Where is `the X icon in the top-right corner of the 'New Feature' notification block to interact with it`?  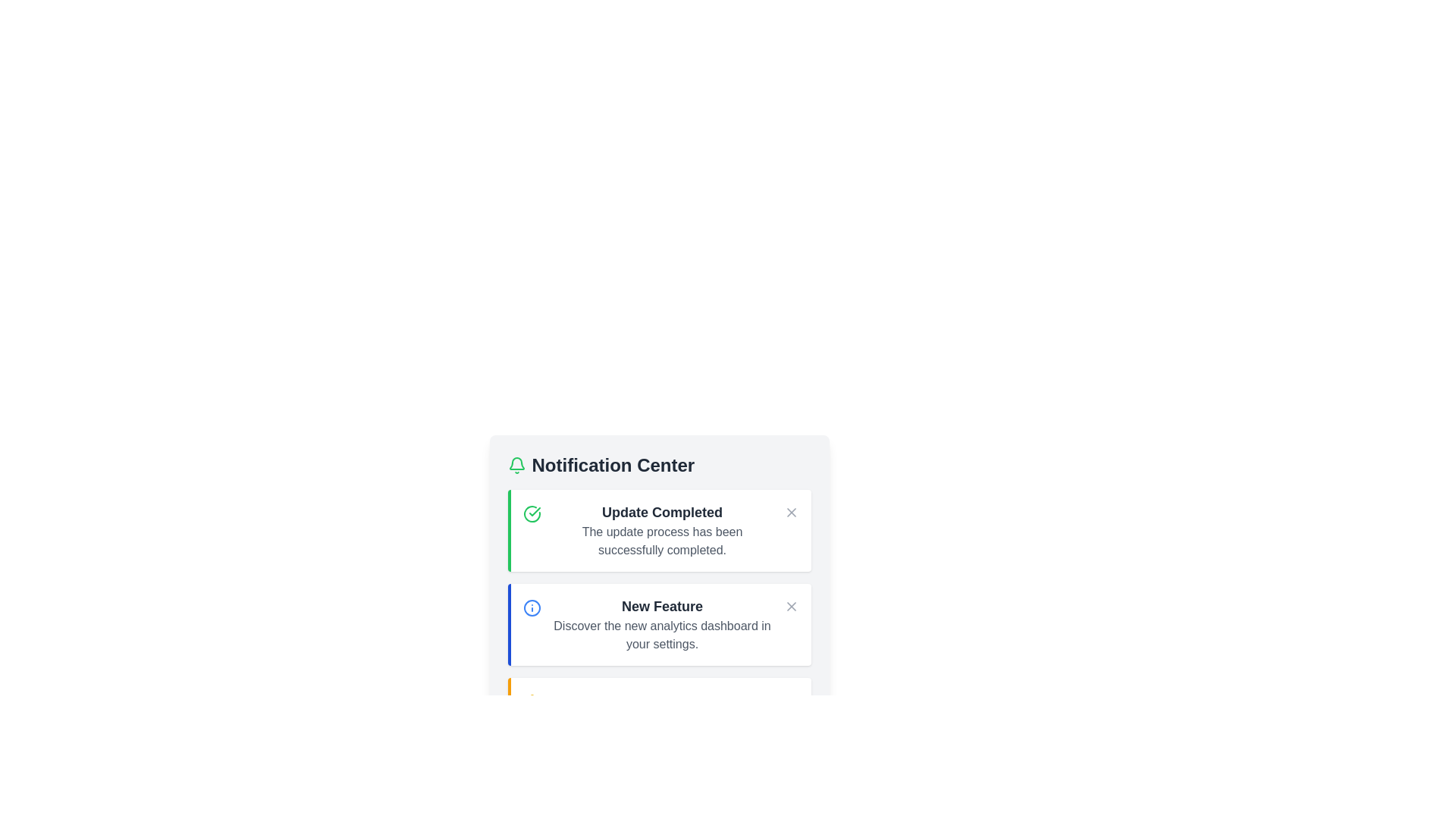
the X icon in the top-right corner of the 'New Feature' notification block to interact with it is located at coordinates (790, 605).